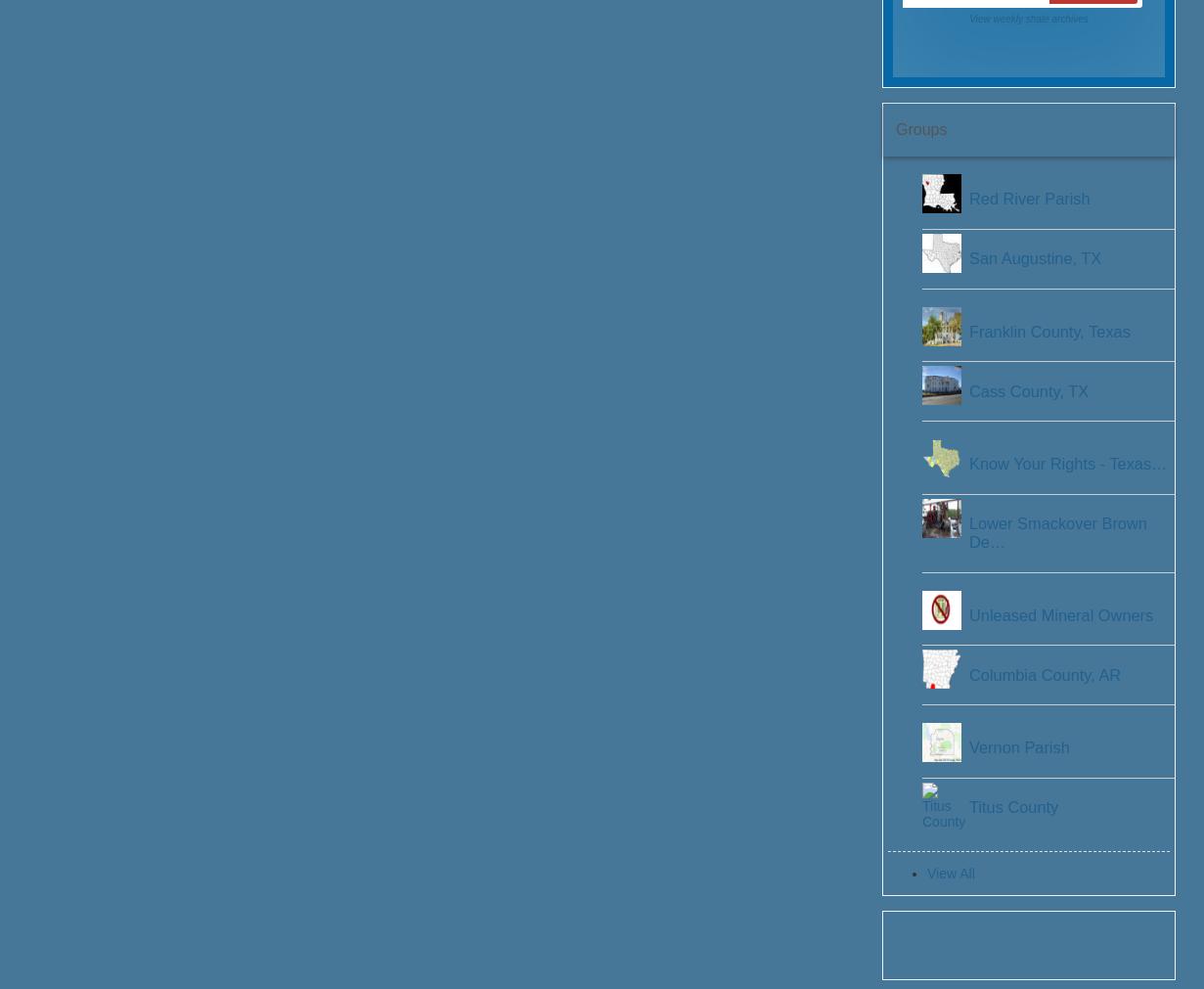 Image resolution: width=1204 pixels, height=989 pixels. I want to click on 'Lower Smackover Brown De…', so click(1056, 532).